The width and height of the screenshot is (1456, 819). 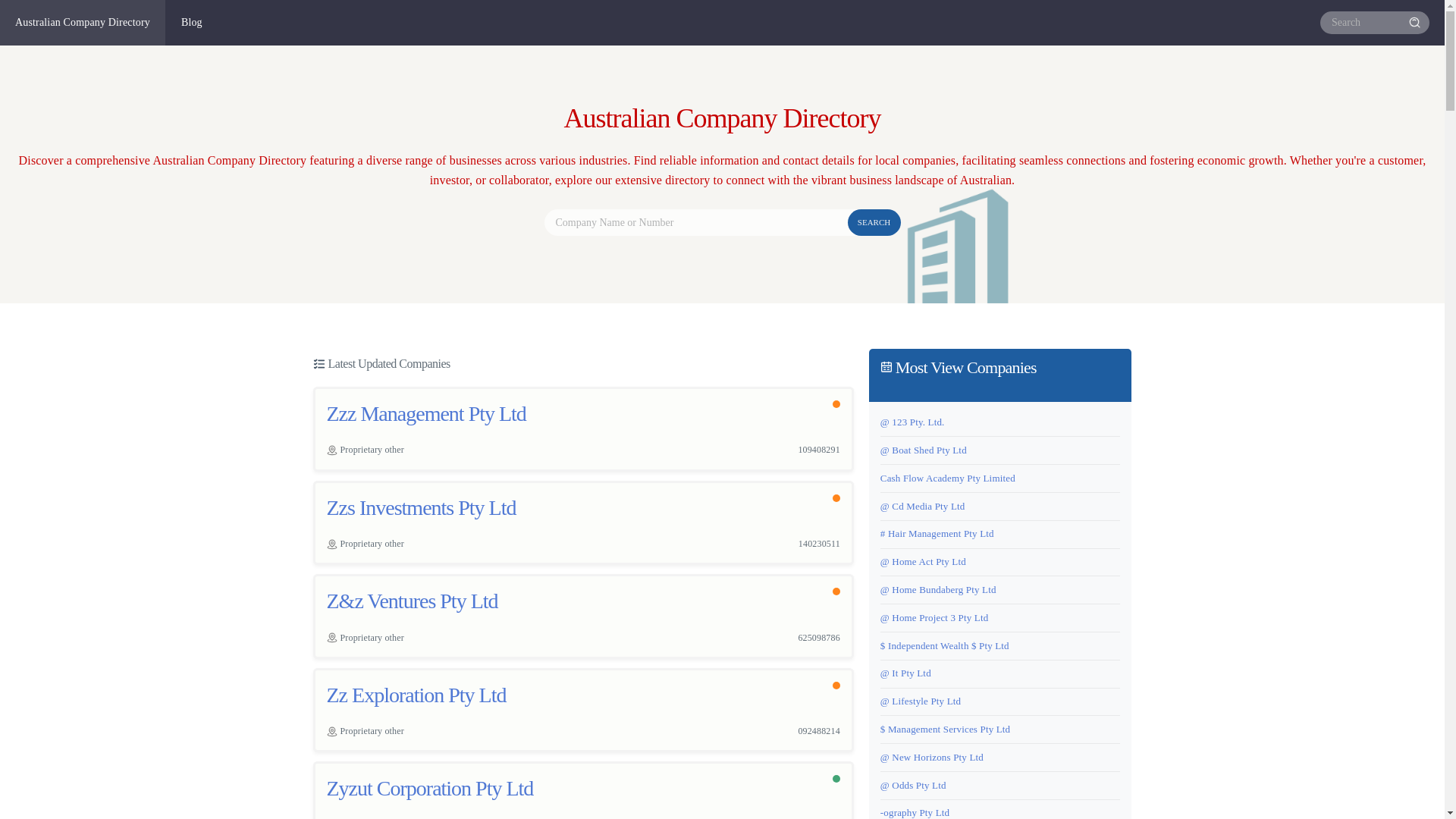 What do you see at coordinates (874, 222) in the screenshot?
I see `'SEARCH'` at bounding box center [874, 222].